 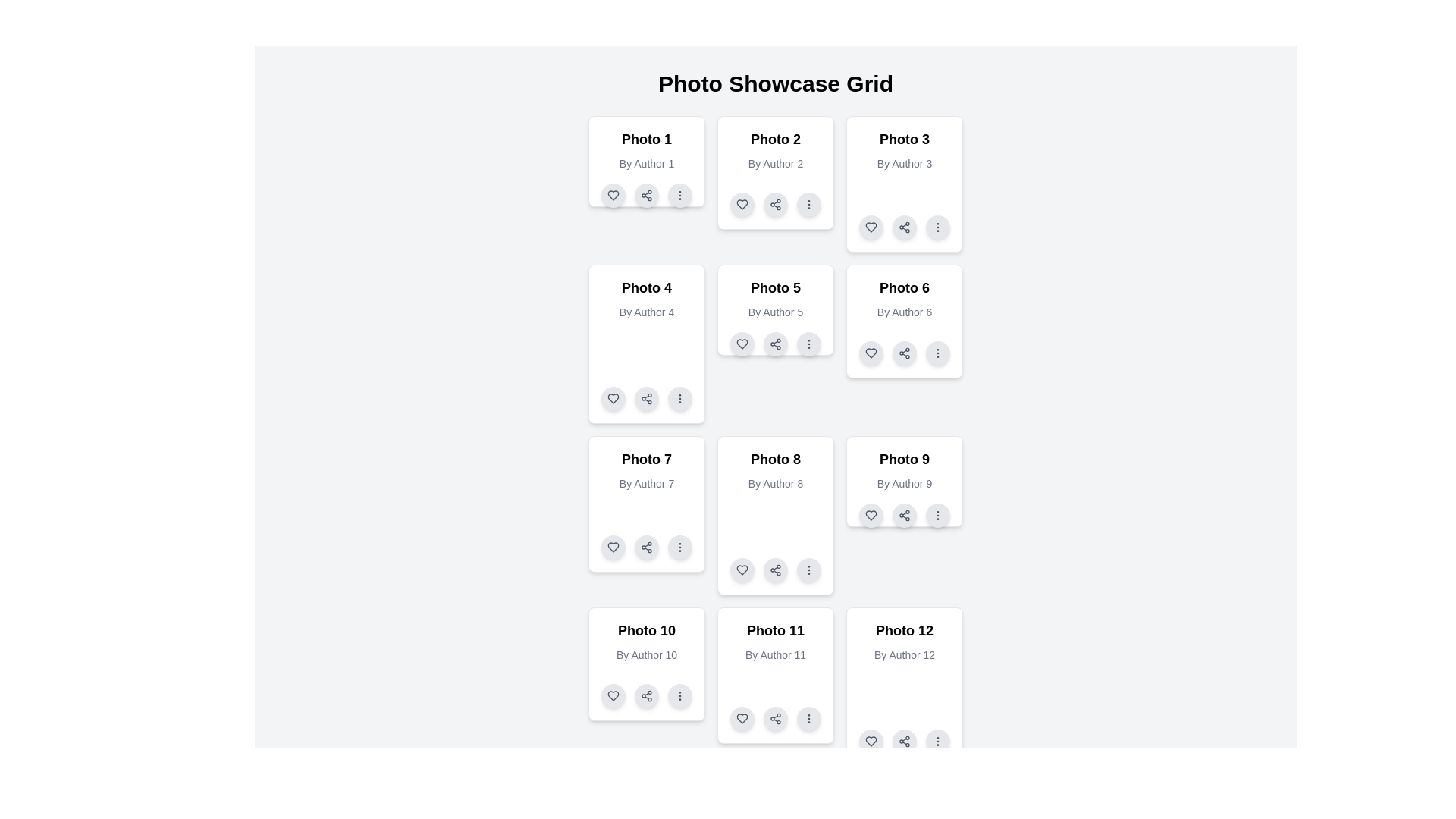 What do you see at coordinates (905, 140) in the screenshot?
I see `text label that serves as the title for the associated card located directly below the 'Photo Showcase Grid' heading in the third card from the left` at bounding box center [905, 140].